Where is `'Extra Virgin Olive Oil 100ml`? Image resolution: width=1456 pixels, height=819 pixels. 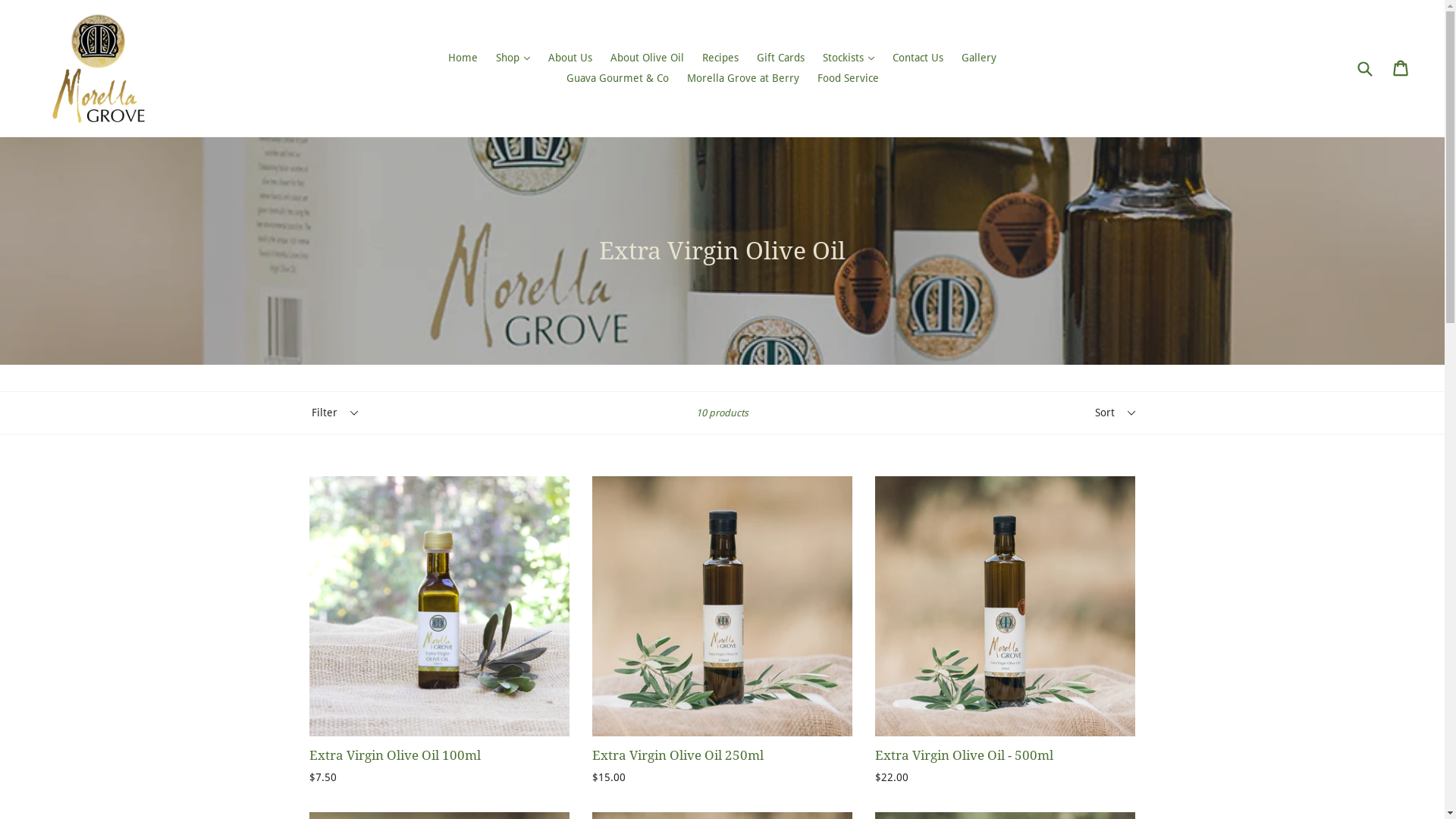
'Extra Virgin Olive Oil 100ml is located at coordinates (438, 631).